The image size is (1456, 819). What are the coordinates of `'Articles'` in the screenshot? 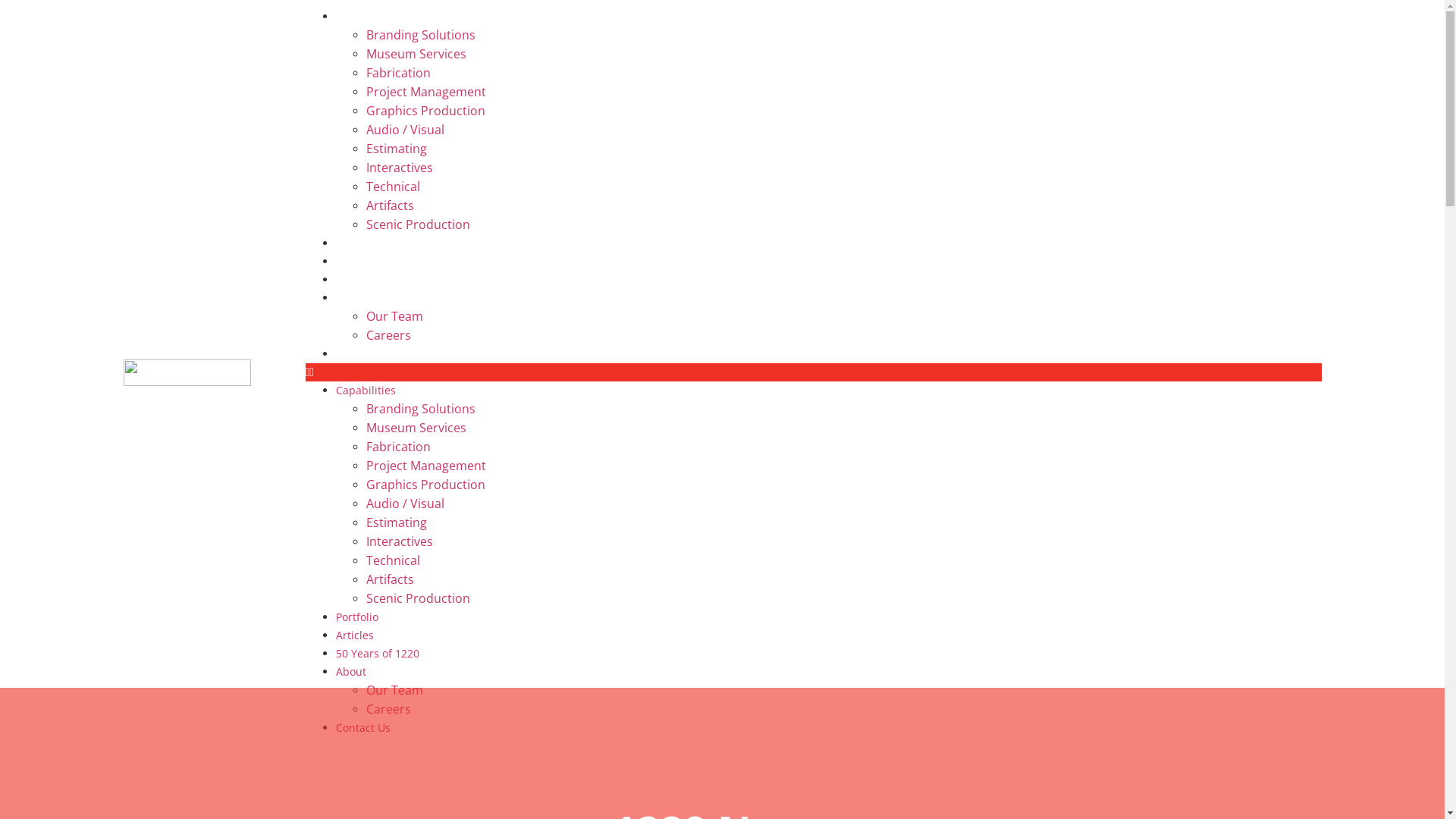 It's located at (353, 260).